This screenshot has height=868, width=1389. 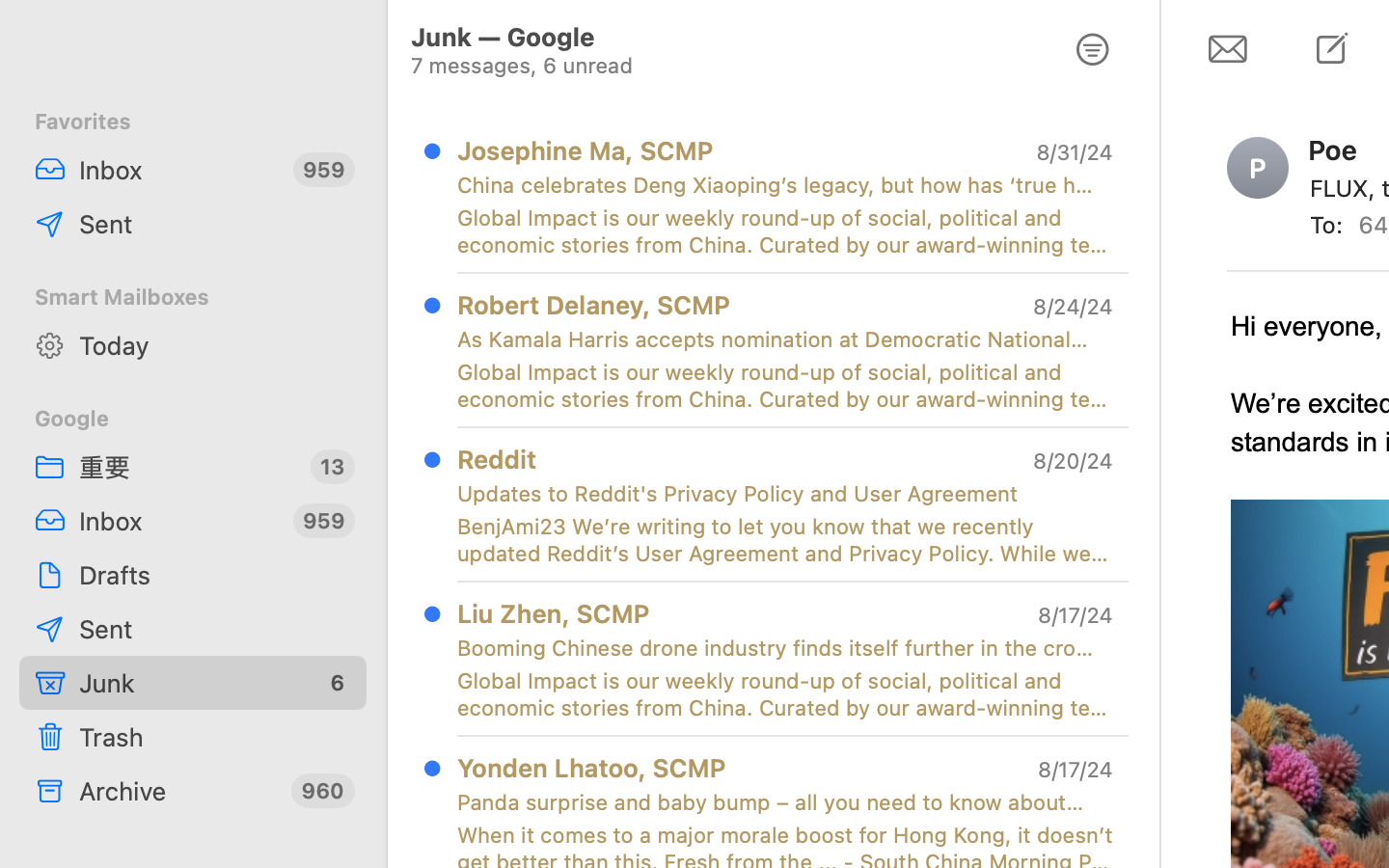 I want to click on 'Hi everyone,', so click(x=1306, y=326).